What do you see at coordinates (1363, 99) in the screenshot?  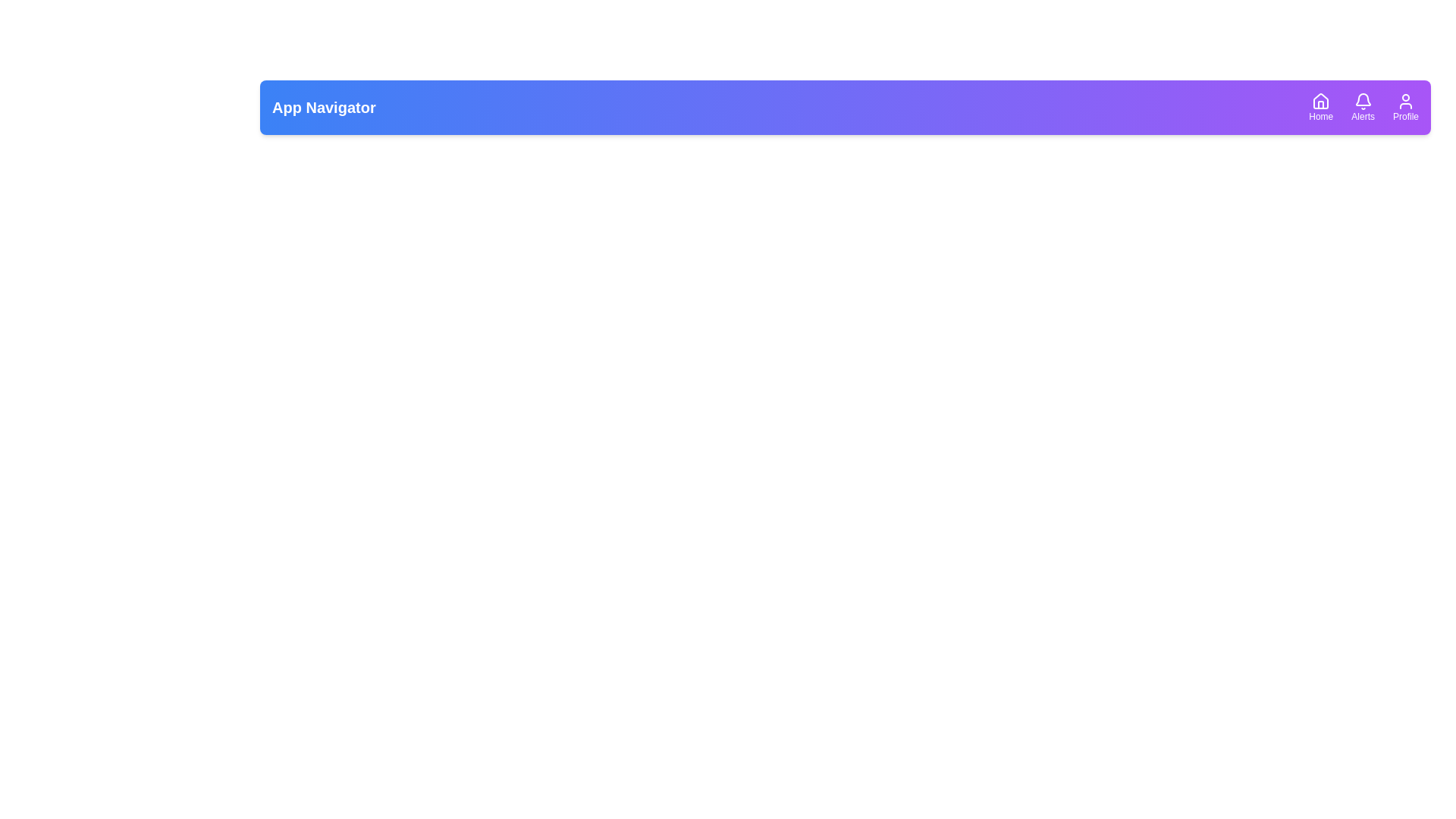 I see `the decorative part of the bell-shaped icon located in the top navigation bar to trigger a tooltip or visual feedback` at bounding box center [1363, 99].